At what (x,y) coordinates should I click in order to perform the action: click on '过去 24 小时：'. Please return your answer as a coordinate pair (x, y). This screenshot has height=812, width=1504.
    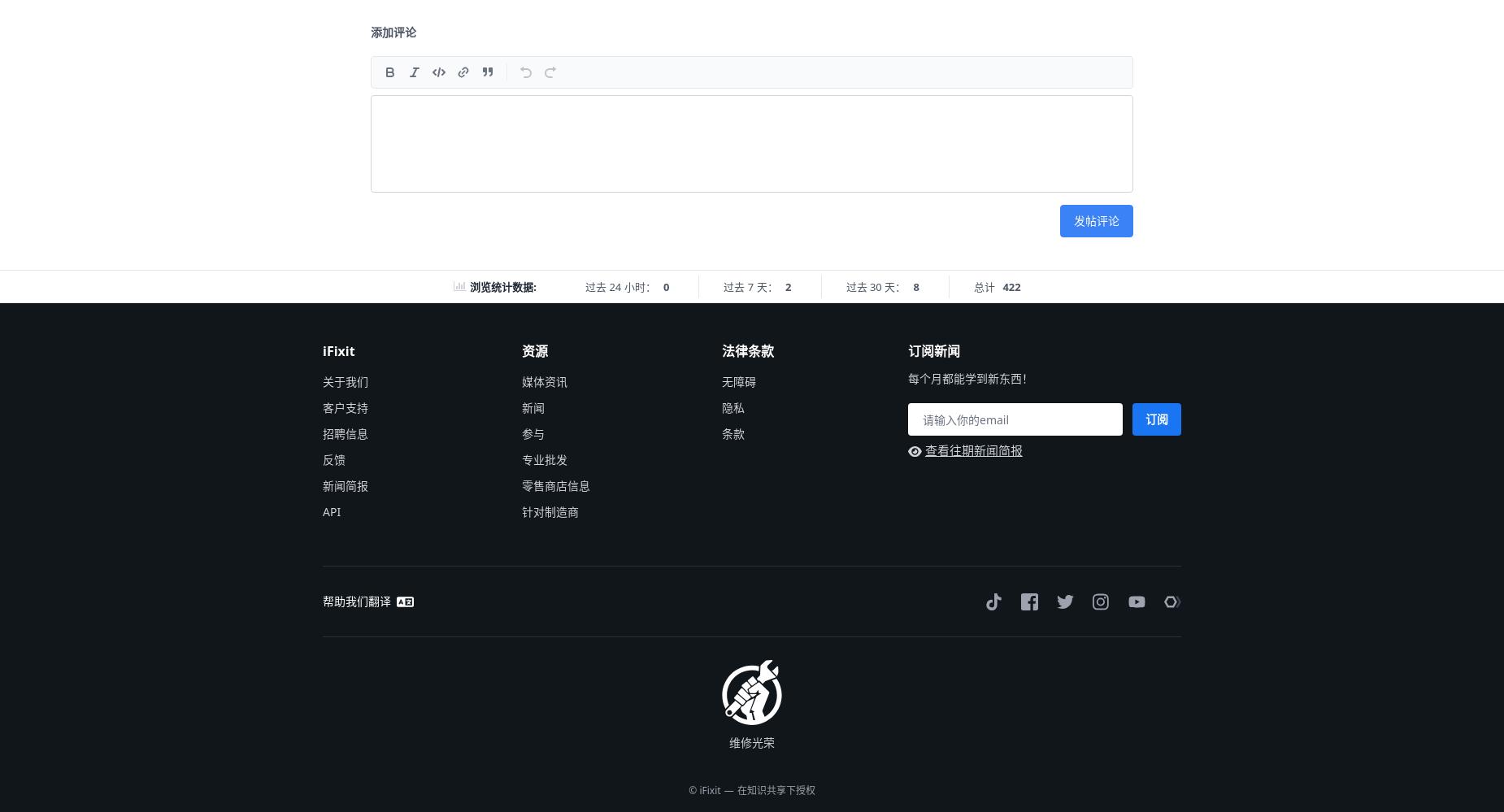
    Looking at the image, I should click on (585, 286).